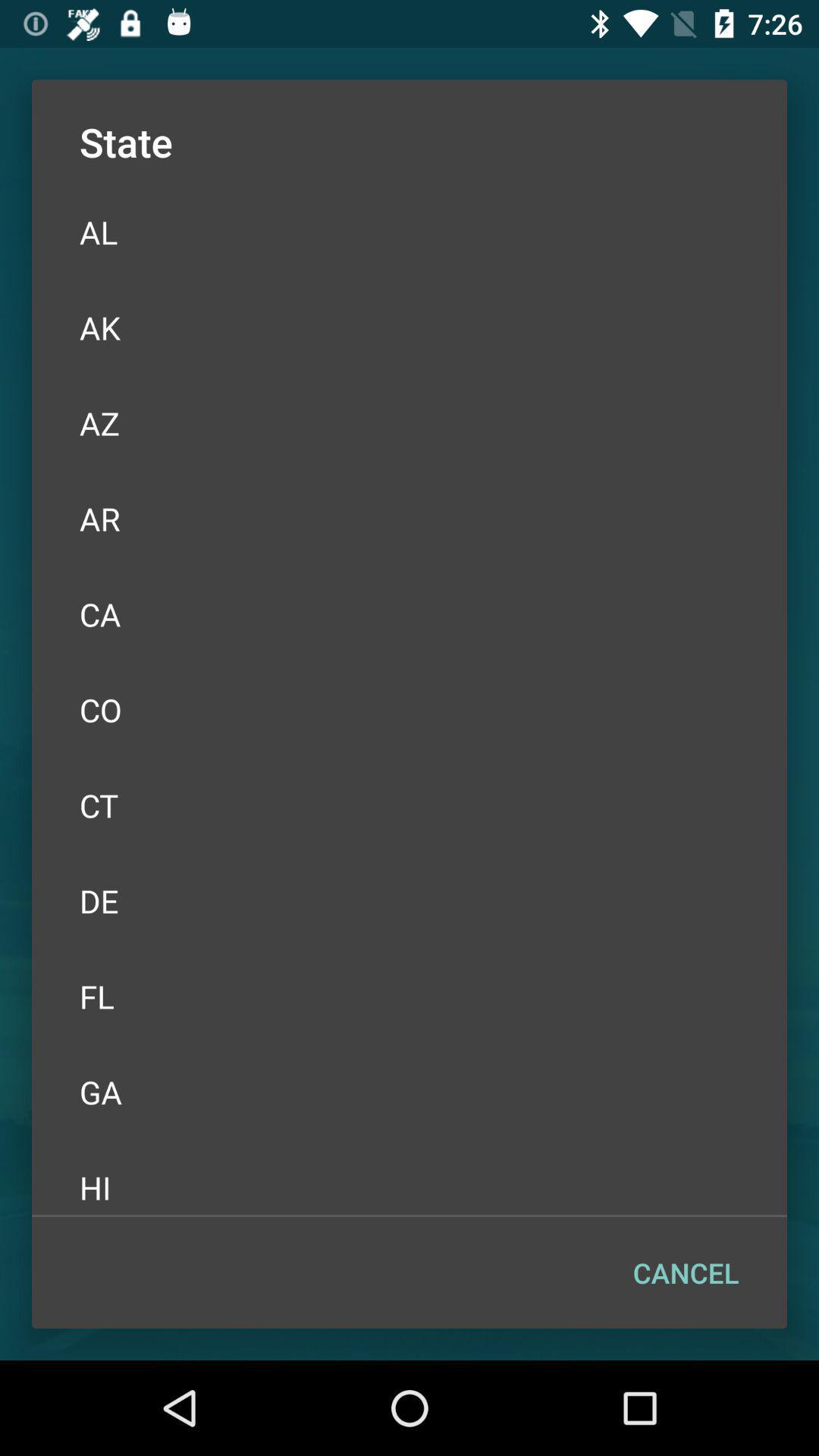 This screenshot has height=1456, width=819. What do you see at coordinates (409, 327) in the screenshot?
I see `the item below the al icon` at bounding box center [409, 327].